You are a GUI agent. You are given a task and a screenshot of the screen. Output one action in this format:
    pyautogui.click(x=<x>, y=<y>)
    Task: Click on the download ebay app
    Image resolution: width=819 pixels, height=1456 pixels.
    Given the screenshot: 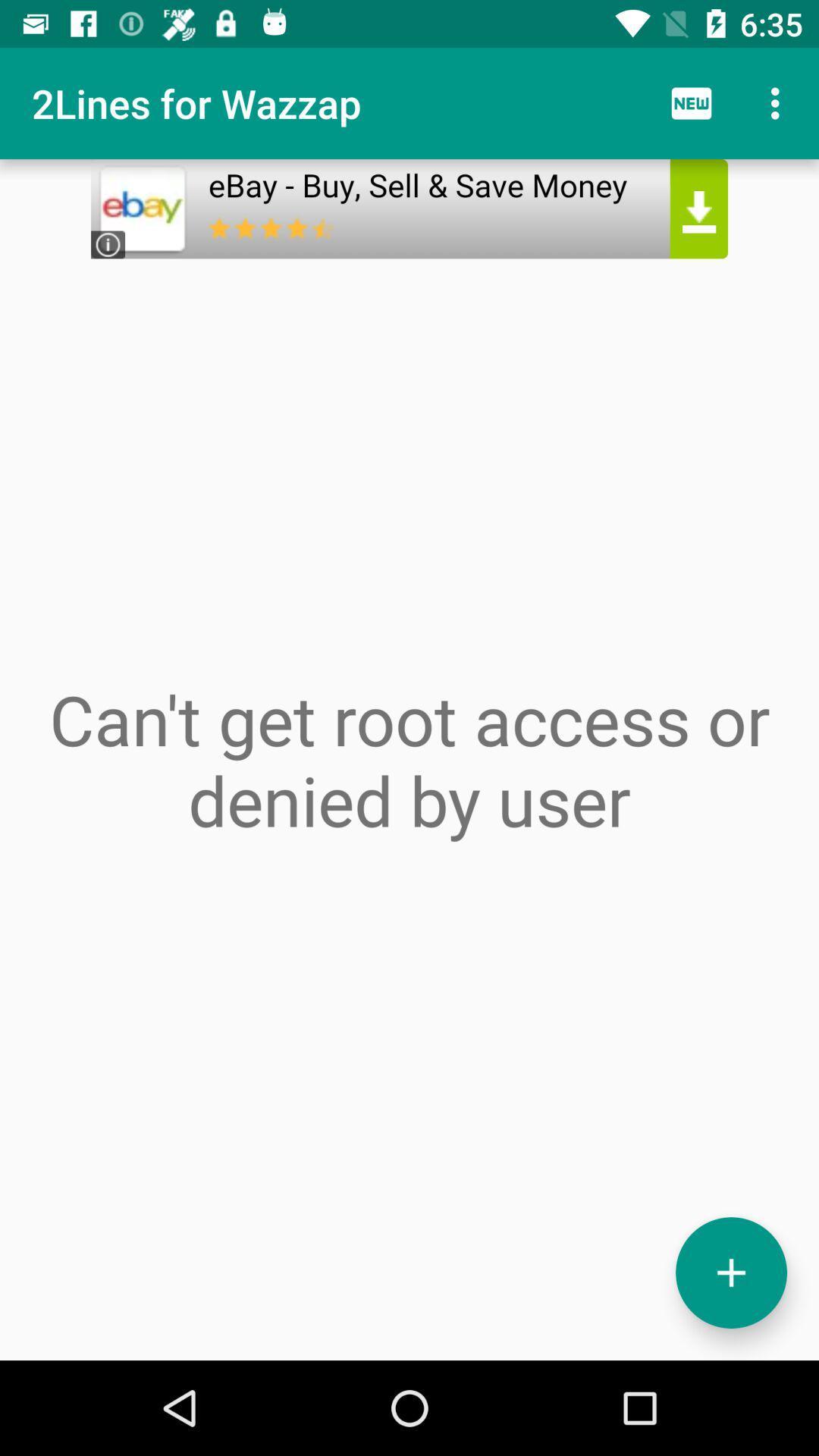 What is the action you would take?
    pyautogui.click(x=409, y=208)
    